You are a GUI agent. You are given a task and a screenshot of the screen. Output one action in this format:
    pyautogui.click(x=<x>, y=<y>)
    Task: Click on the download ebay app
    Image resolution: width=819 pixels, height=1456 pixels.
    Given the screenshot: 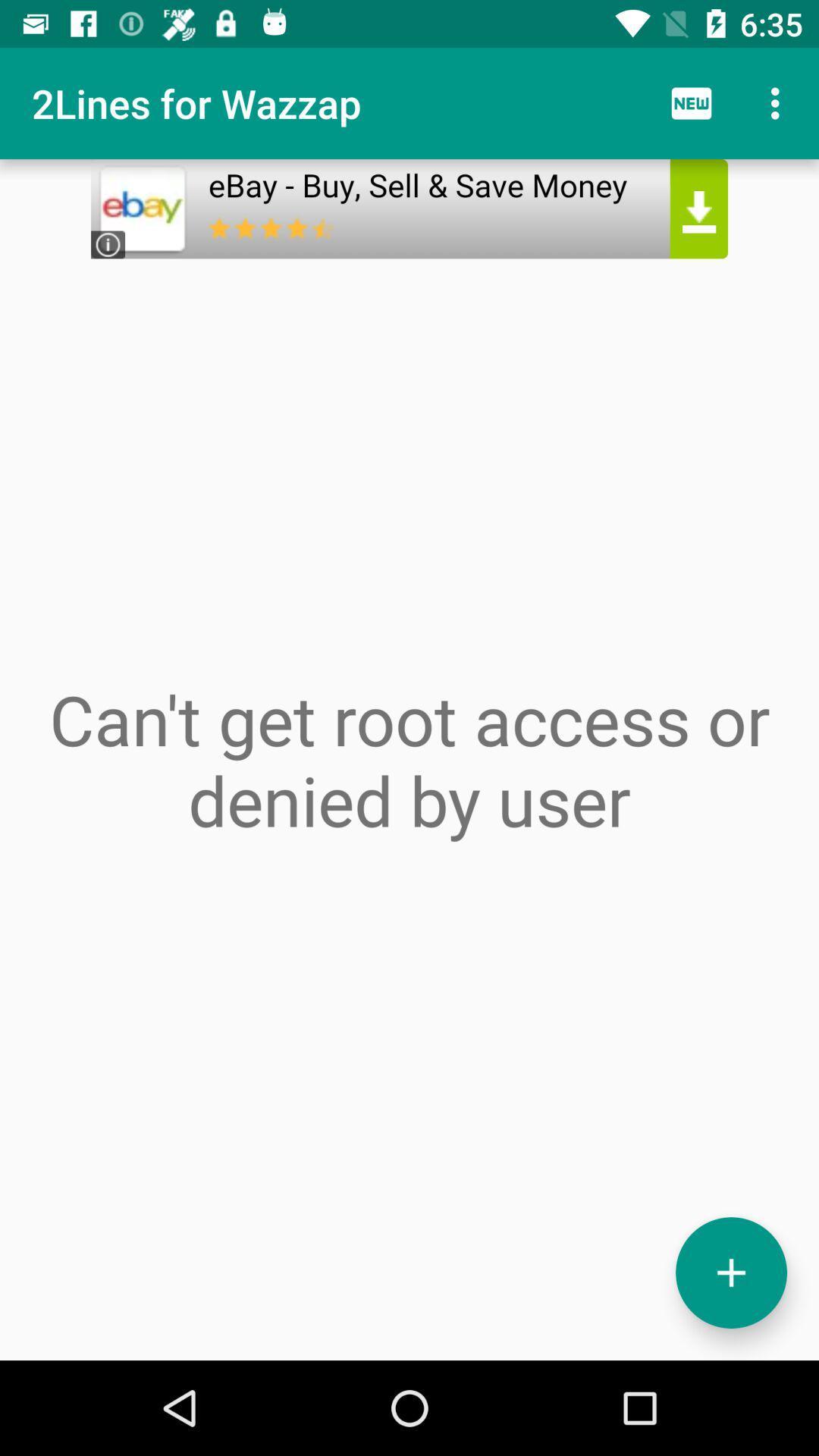 What is the action you would take?
    pyautogui.click(x=409, y=208)
    